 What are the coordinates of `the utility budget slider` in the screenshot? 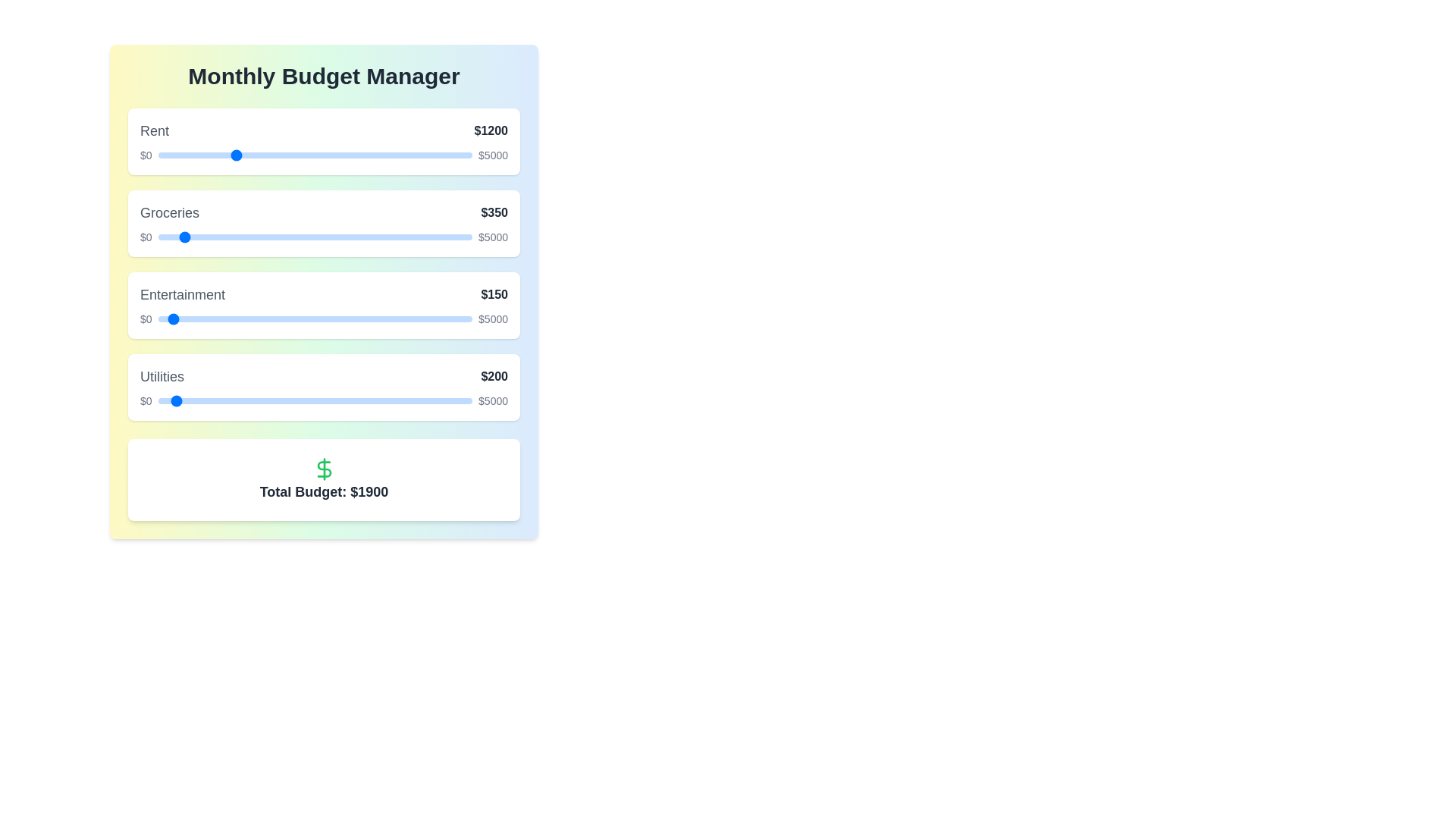 It's located at (335, 400).